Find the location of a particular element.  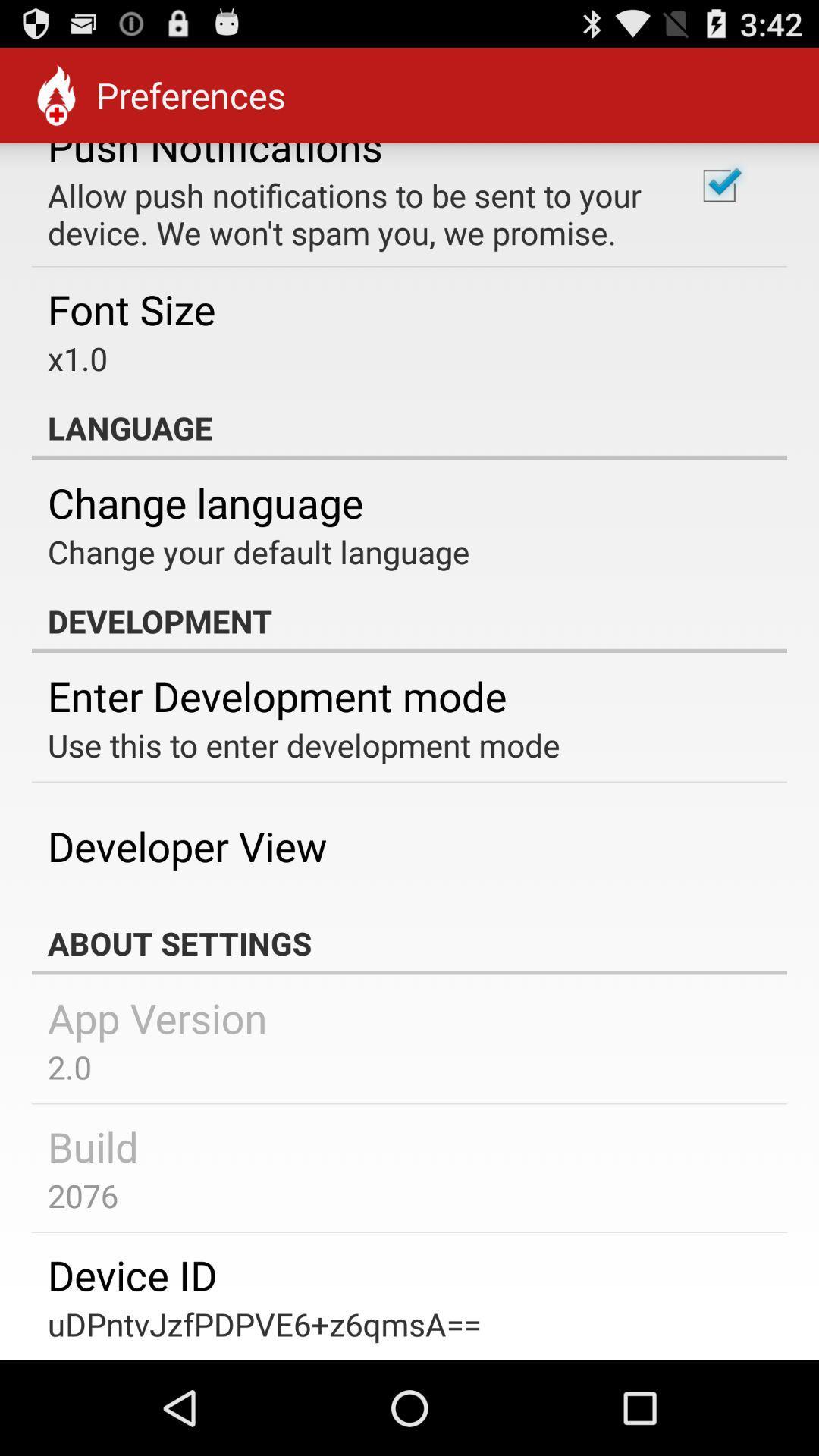

the app to the right of allow push notifications app is located at coordinates (718, 185).